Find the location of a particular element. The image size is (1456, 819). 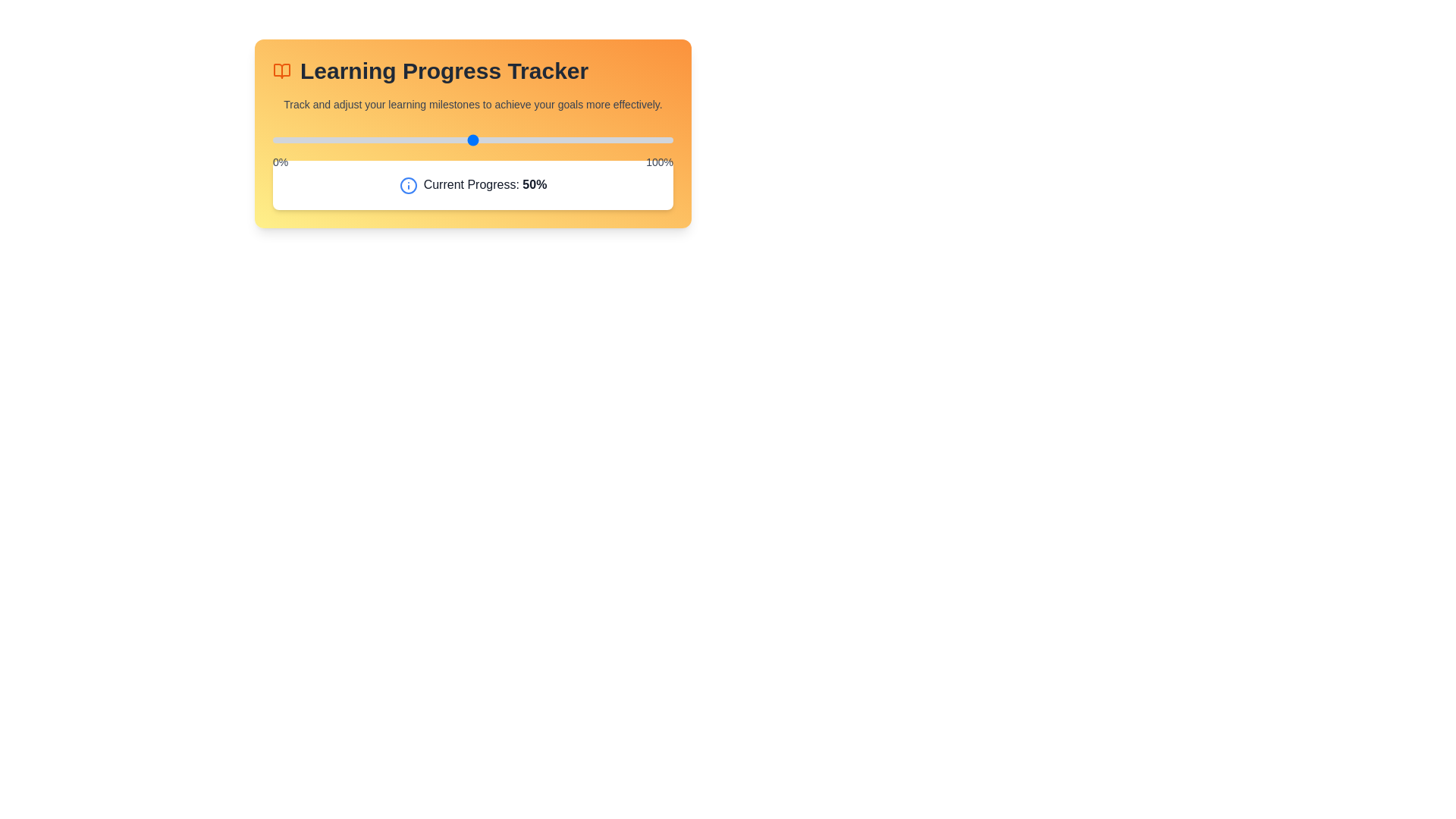

the slider to set progress to 27% is located at coordinates (381, 140).